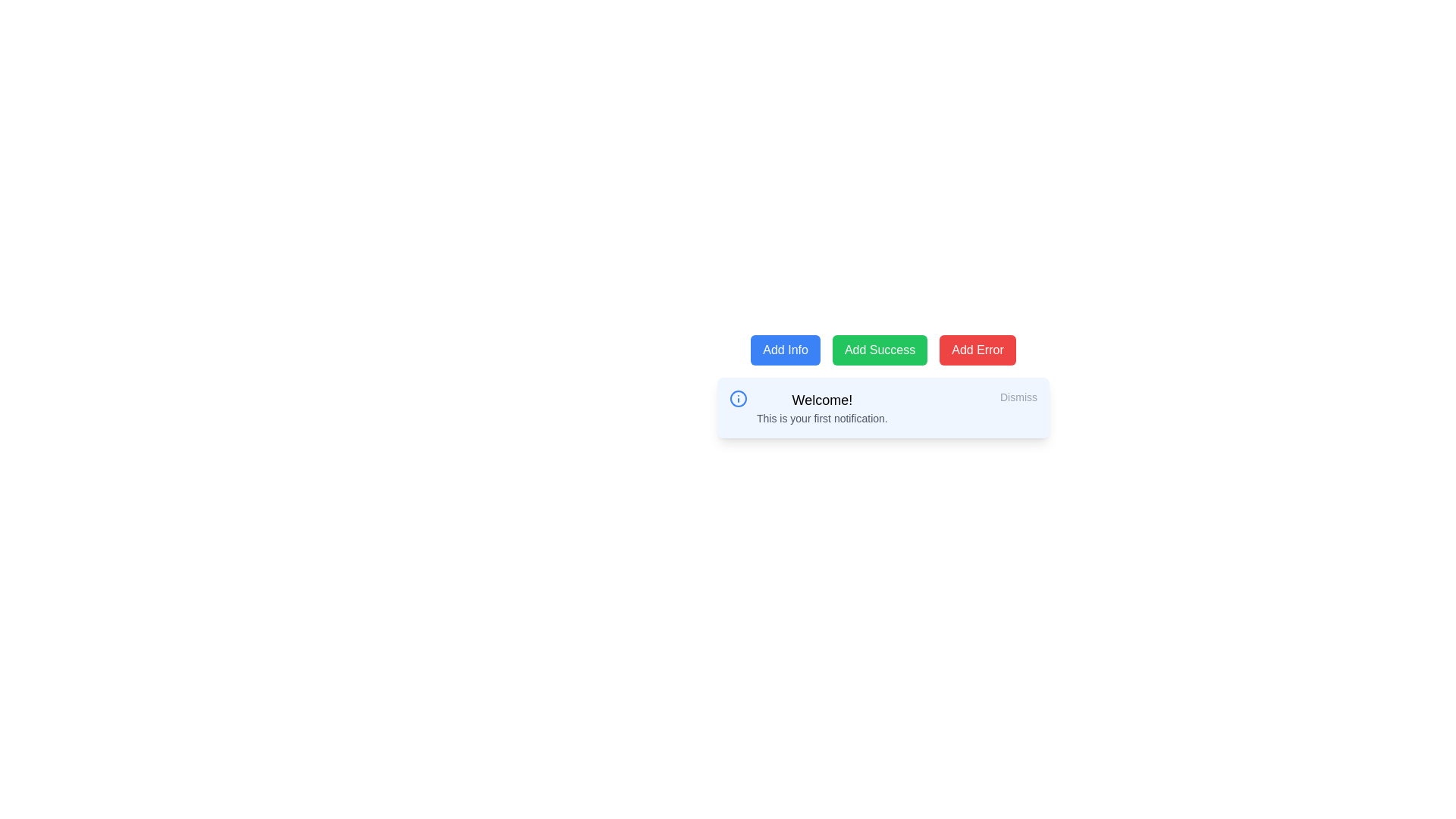  What do you see at coordinates (739, 397) in the screenshot?
I see `the informational icon located at the far left of the notification card` at bounding box center [739, 397].